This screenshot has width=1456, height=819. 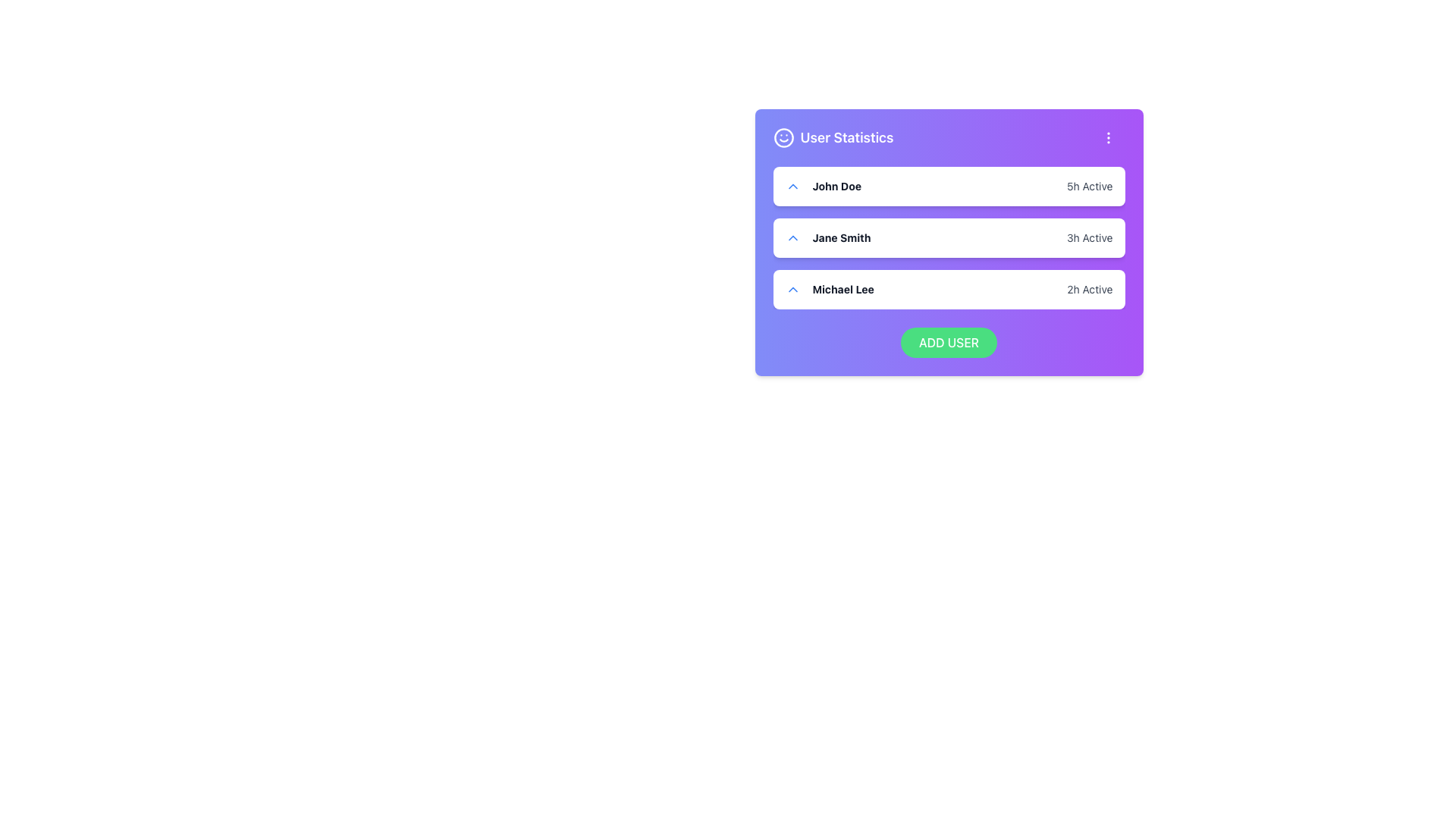 I want to click on information displayed in the small, gray text label that shows '5h Active', located on the right side of the panel associated with 'John Doe', so click(x=1089, y=186).